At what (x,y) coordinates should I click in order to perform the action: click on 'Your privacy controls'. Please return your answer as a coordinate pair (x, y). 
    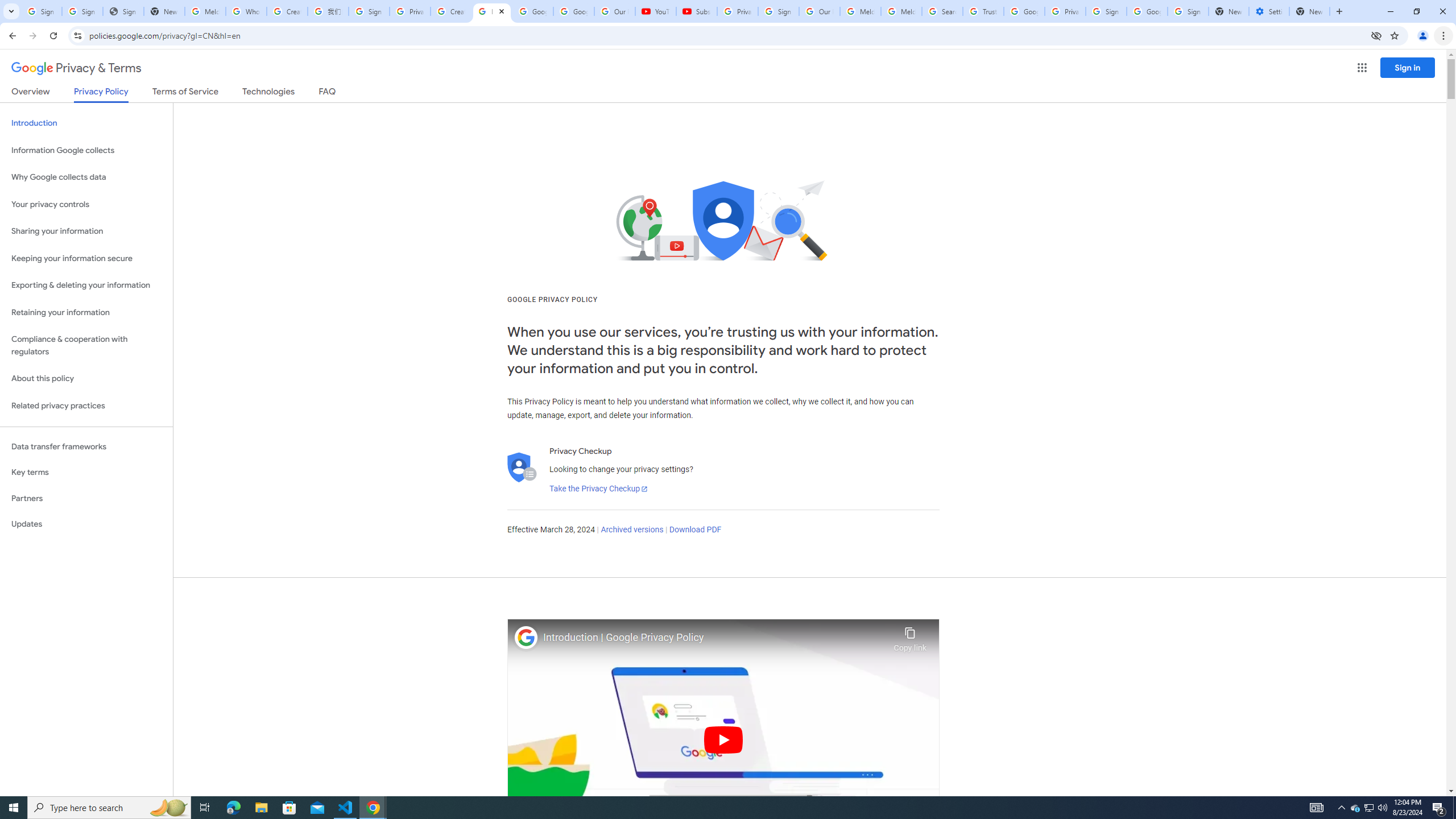
    Looking at the image, I should click on (86, 205).